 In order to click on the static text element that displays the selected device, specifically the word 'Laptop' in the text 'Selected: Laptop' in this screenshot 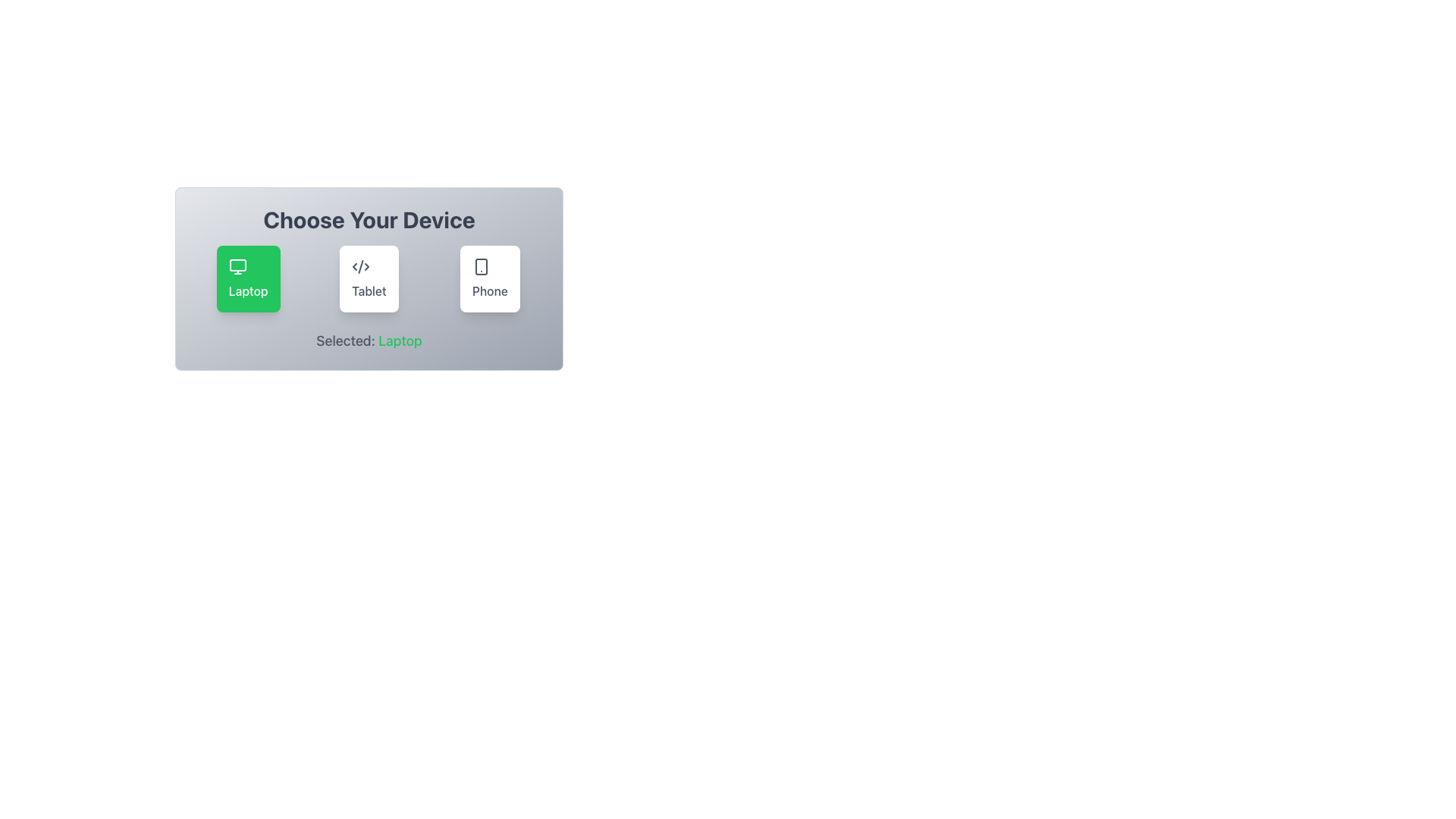, I will do `click(400, 340)`.